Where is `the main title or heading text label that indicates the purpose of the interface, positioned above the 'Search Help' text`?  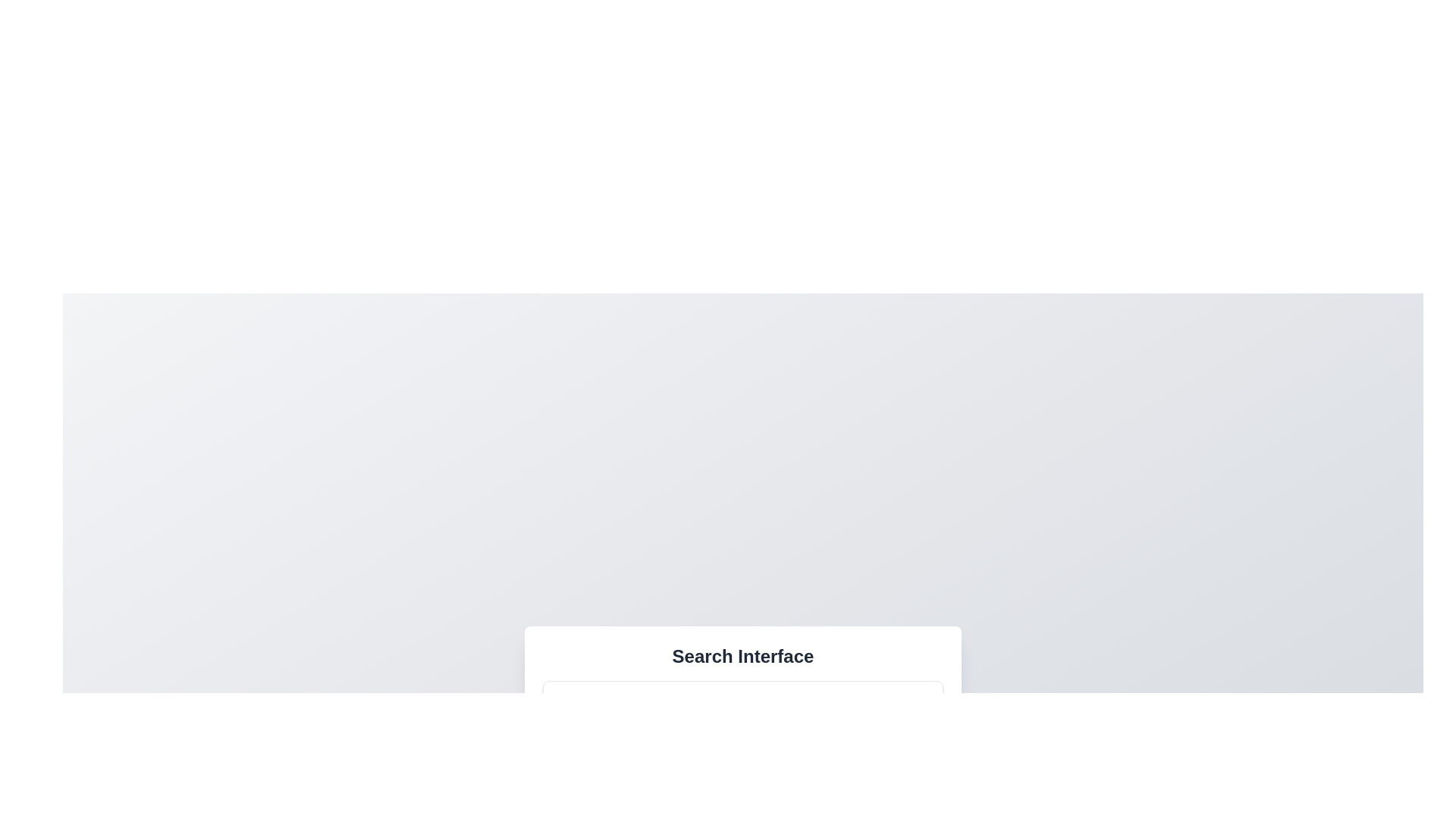
the main title or heading text label that indicates the purpose of the interface, positioned above the 'Search Help' text is located at coordinates (742, 656).